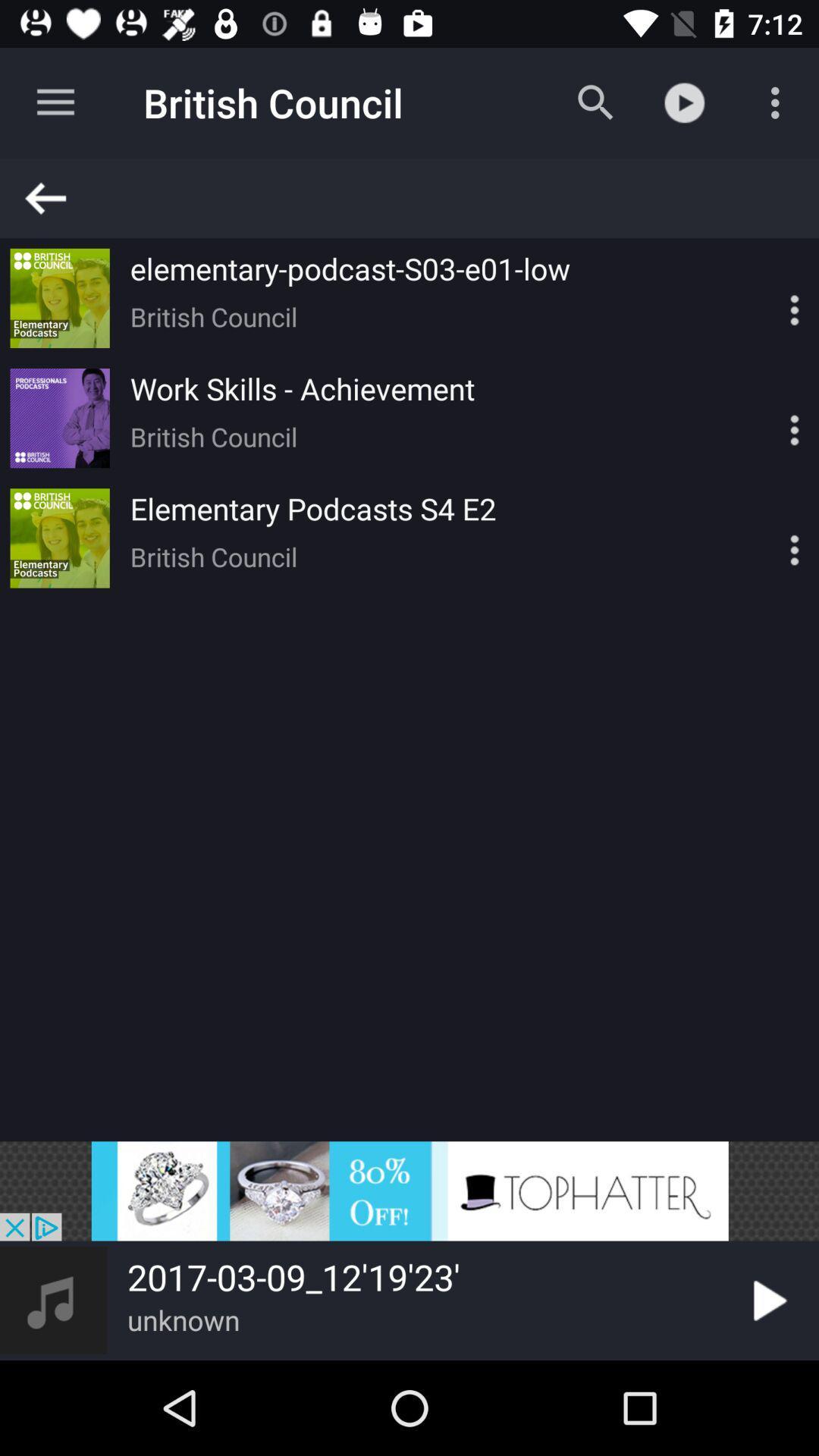 The image size is (819, 1456). I want to click on more details, so click(768, 298).